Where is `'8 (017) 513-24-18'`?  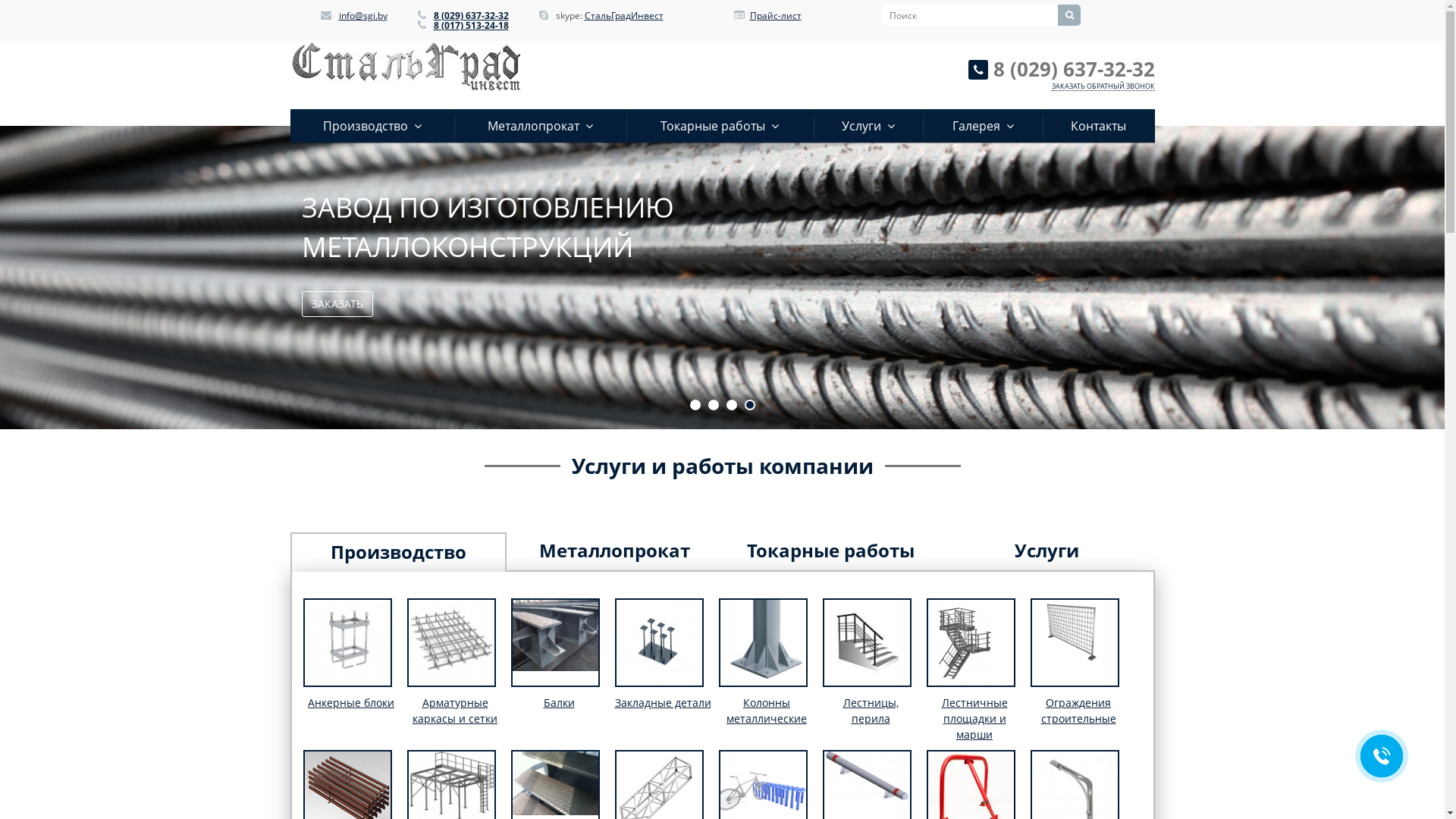
'8 (017) 513-24-18' is located at coordinates (470, 25).